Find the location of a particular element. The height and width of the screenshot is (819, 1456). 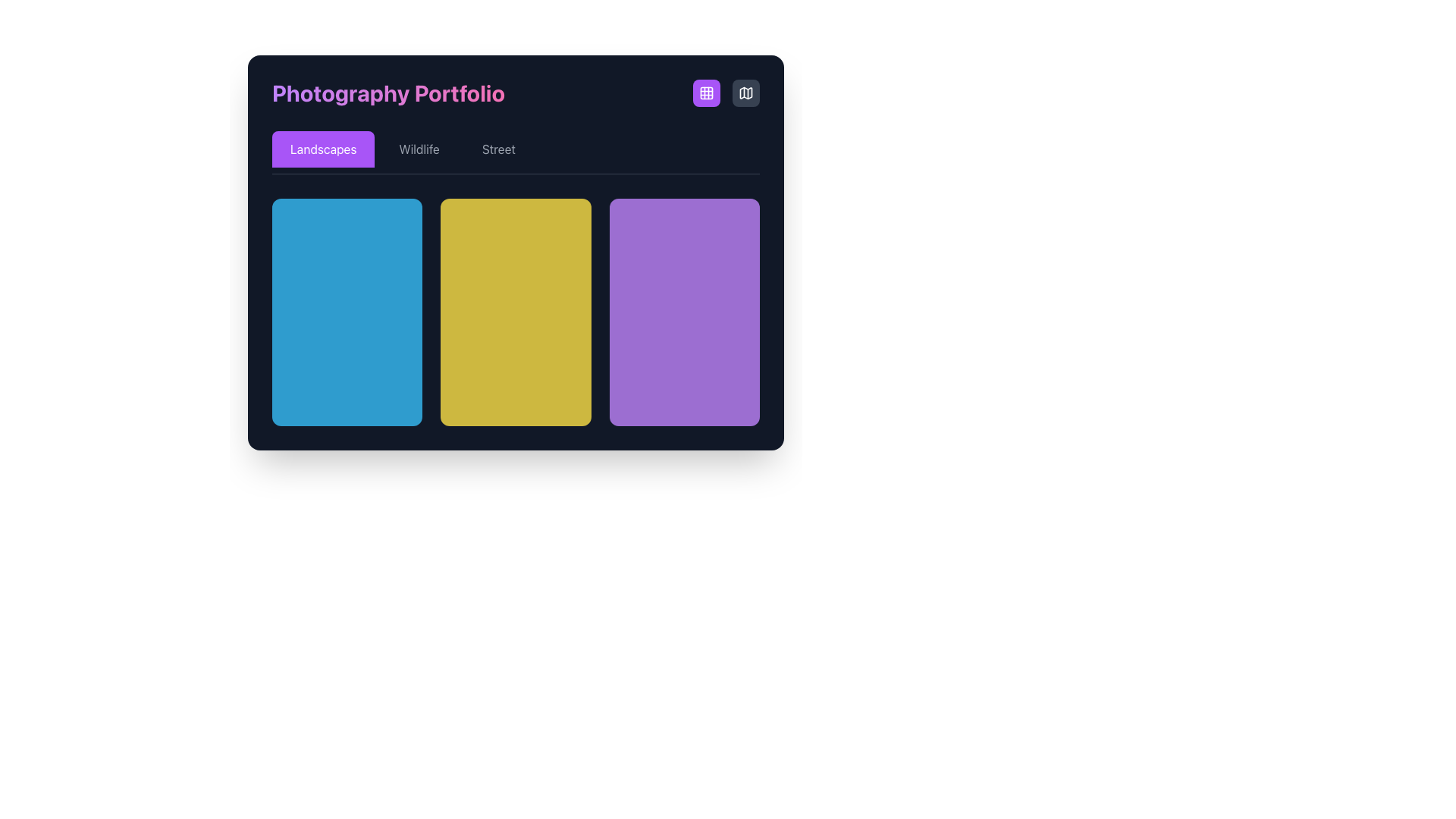

the 'Desert Dunes' card, which is the middle item in a three-column grid layout is located at coordinates (516, 312).